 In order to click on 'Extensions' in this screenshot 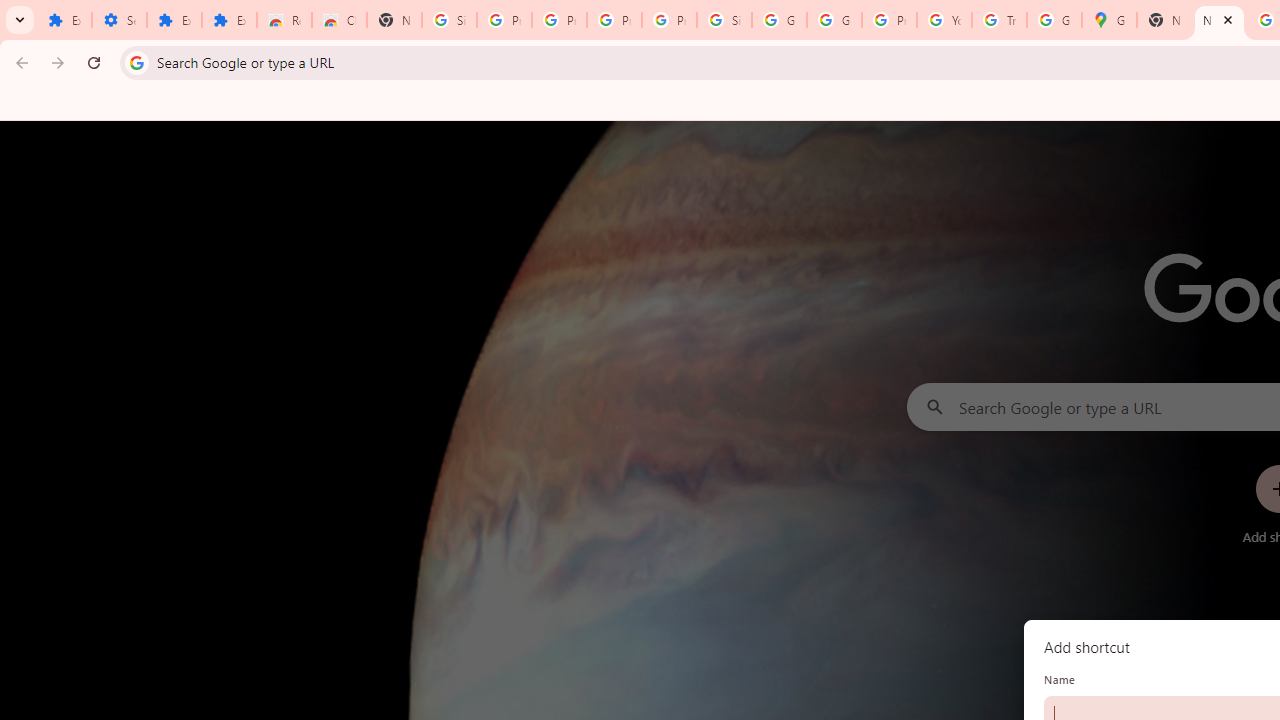, I will do `click(174, 20)`.